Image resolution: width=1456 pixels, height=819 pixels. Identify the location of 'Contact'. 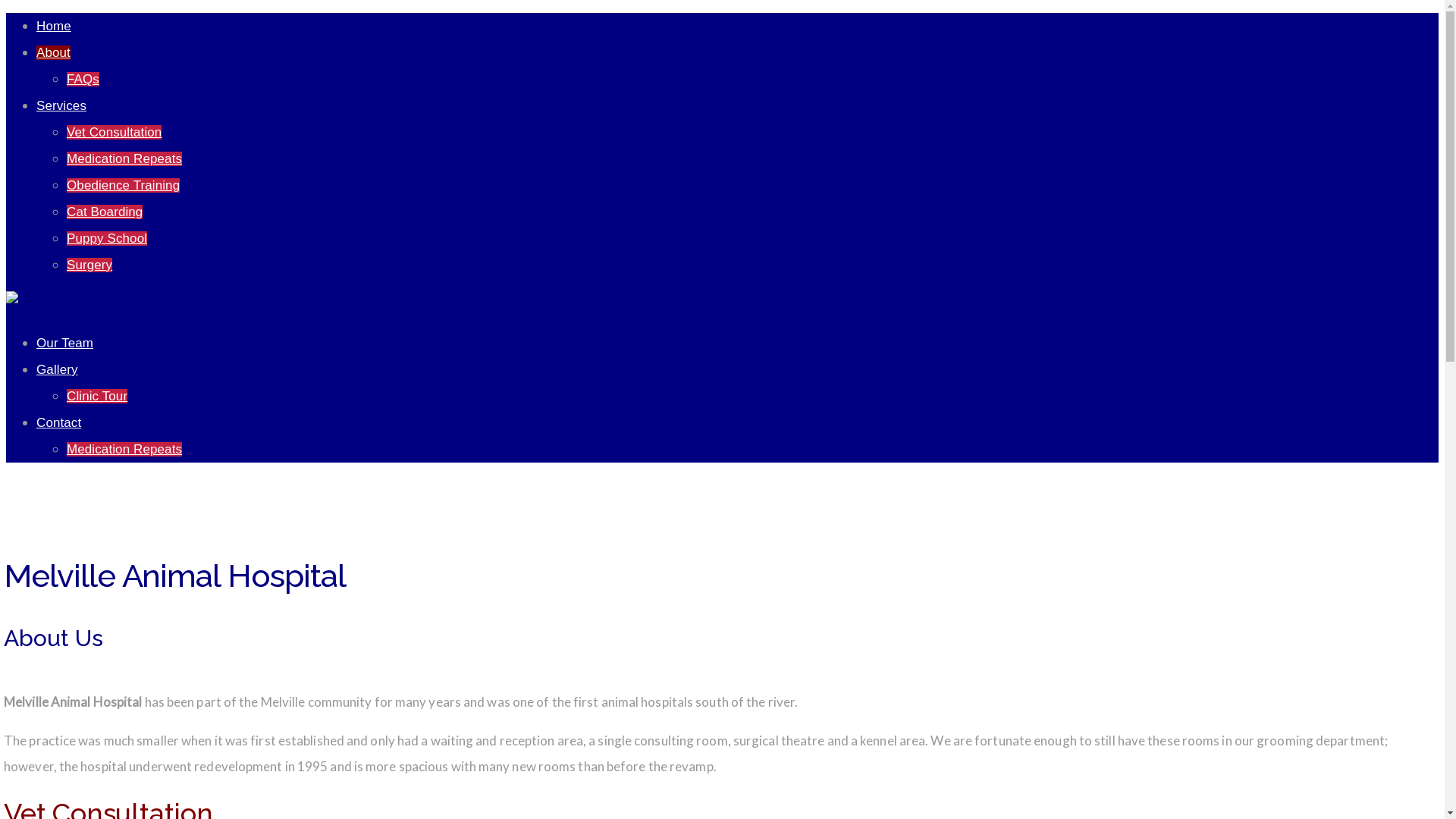
(36, 422).